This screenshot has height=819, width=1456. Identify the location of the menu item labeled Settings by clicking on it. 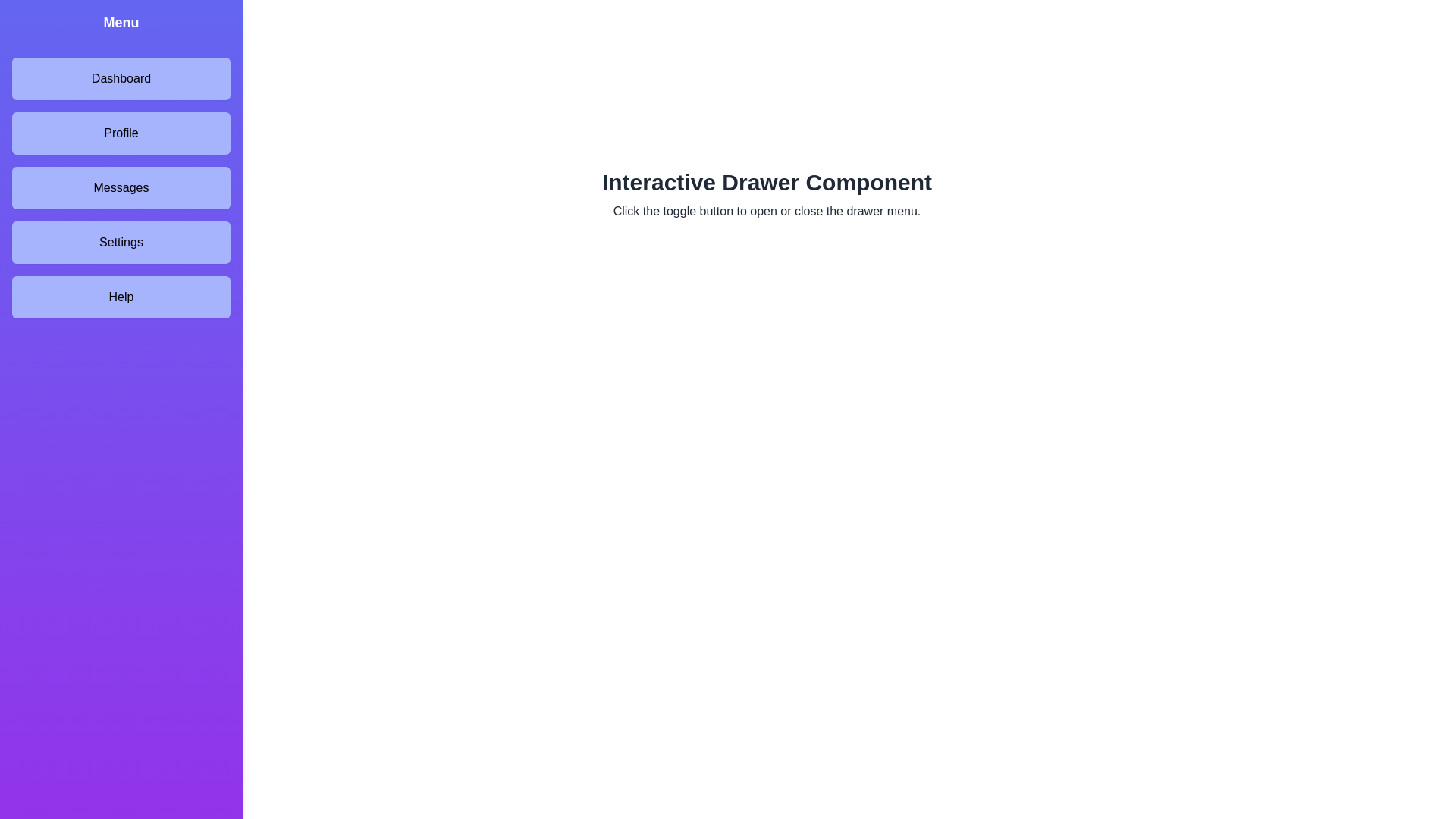
(120, 242).